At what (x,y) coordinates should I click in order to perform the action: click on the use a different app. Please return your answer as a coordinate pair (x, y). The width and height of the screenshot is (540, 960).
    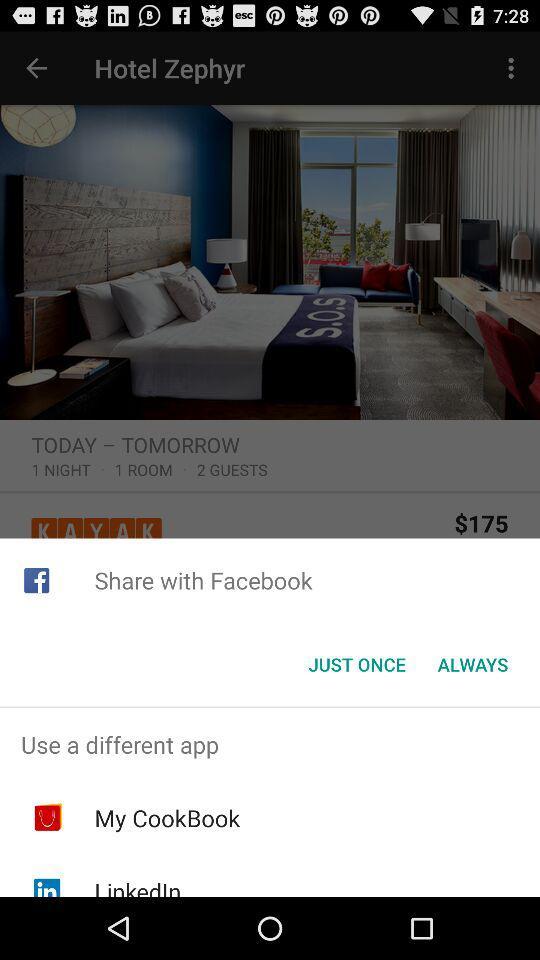
    Looking at the image, I should click on (270, 743).